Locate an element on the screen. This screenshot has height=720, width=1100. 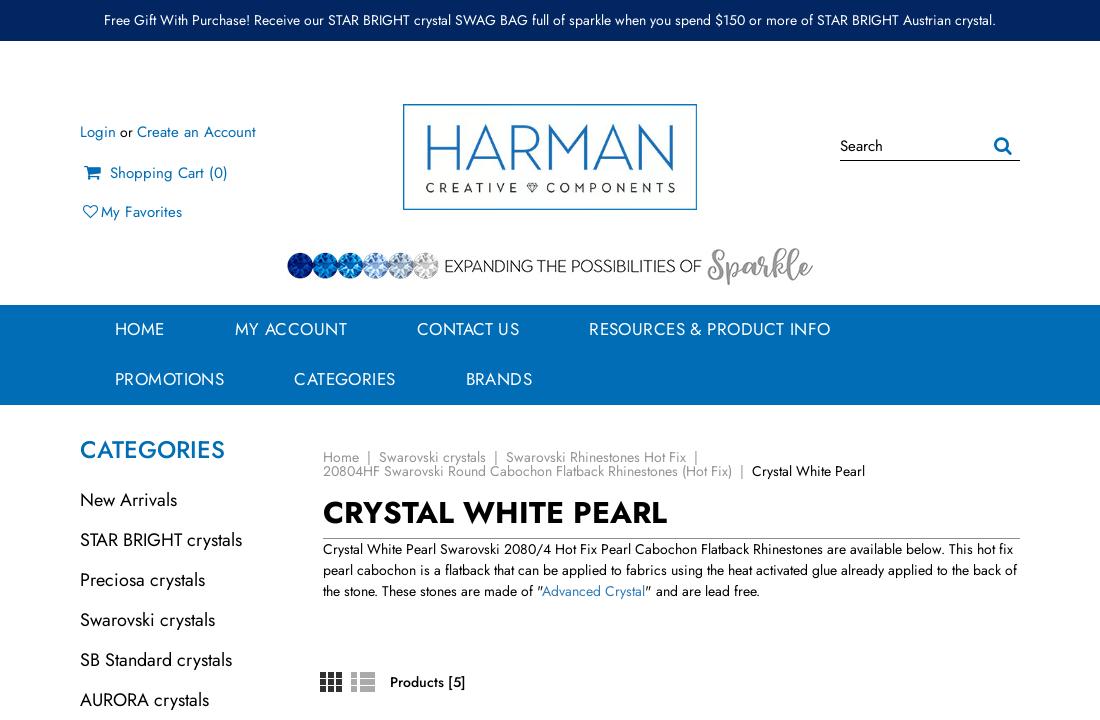
'STAR BRIGHT crystals' is located at coordinates (79, 540).